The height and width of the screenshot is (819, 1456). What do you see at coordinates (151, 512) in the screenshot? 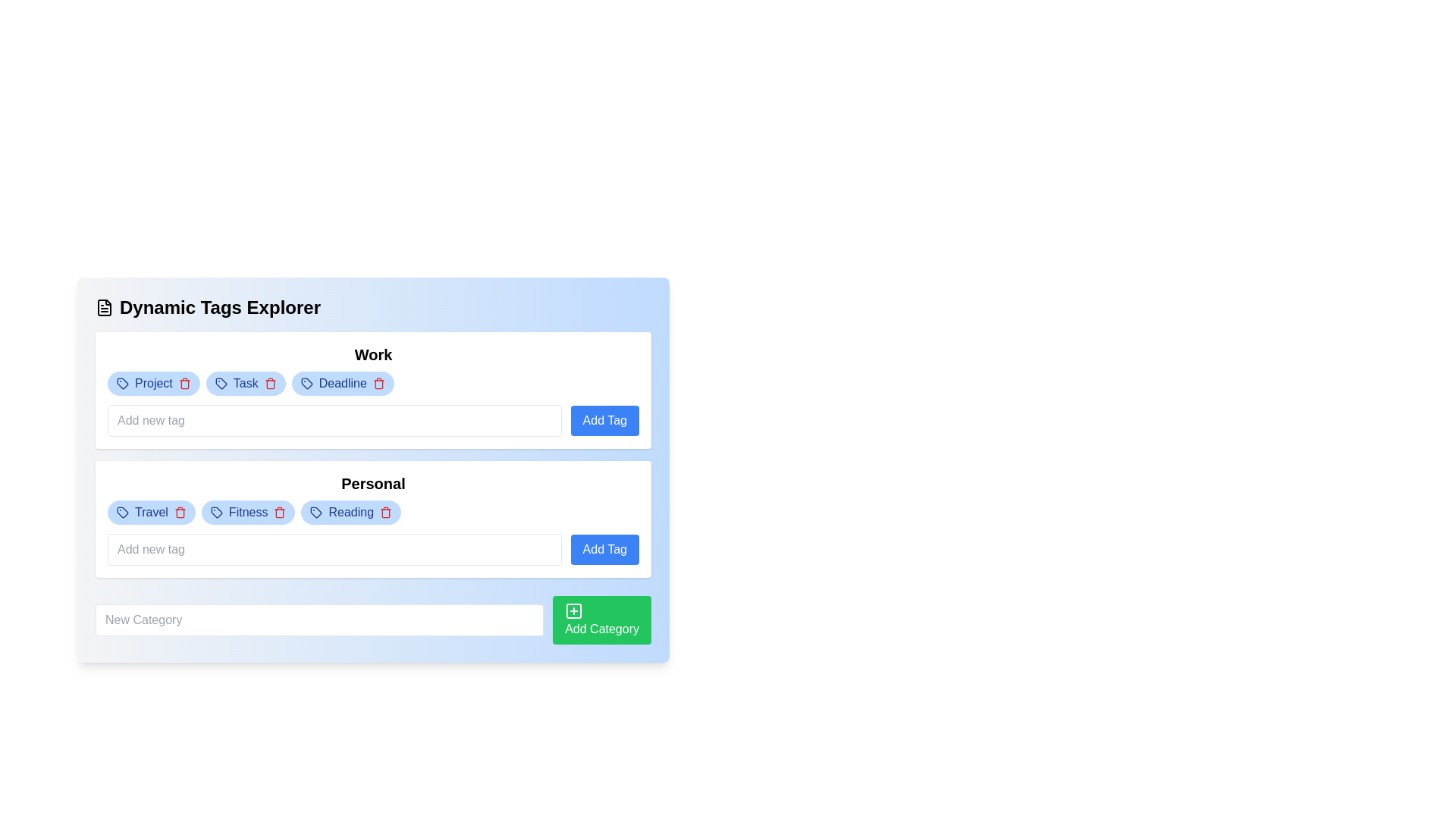
I see `the 'Travel' tag located in the 'Personal' section, which is the first tag in the category` at bounding box center [151, 512].